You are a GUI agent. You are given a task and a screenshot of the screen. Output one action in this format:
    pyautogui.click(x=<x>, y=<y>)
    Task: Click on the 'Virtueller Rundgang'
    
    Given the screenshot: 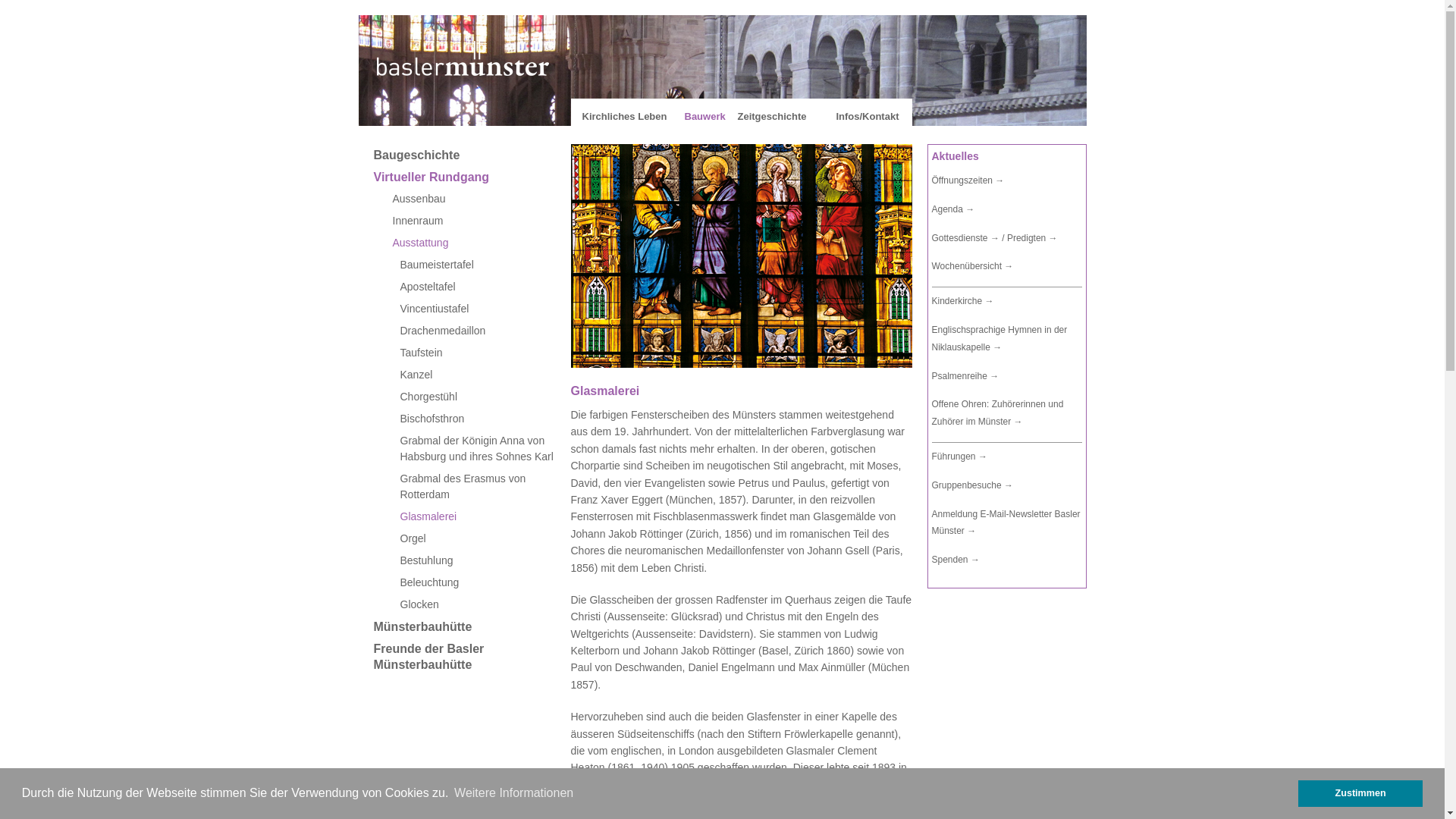 What is the action you would take?
    pyautogui.click(x=475, y=176)
    